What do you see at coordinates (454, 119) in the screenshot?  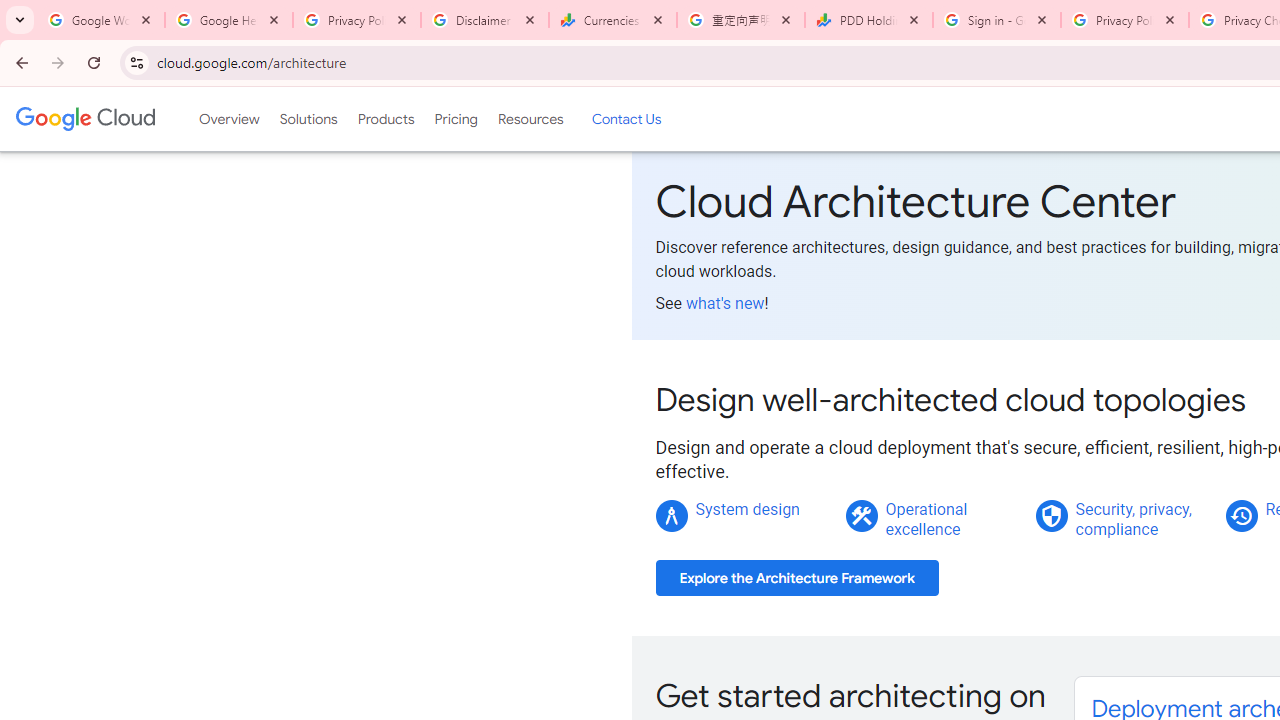 I see `'Pricing'` at bounding box center [454, 119].